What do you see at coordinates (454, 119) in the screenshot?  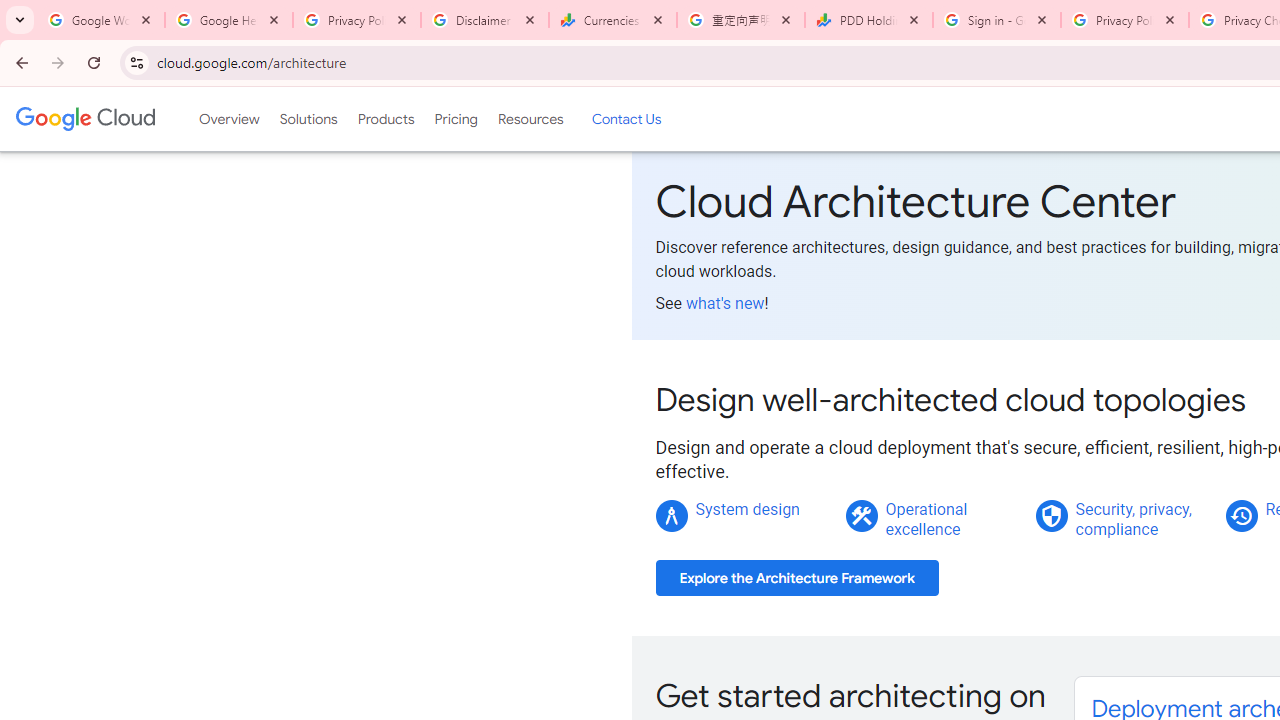 I see `'Pricing'` at bounding box center [454, 119].